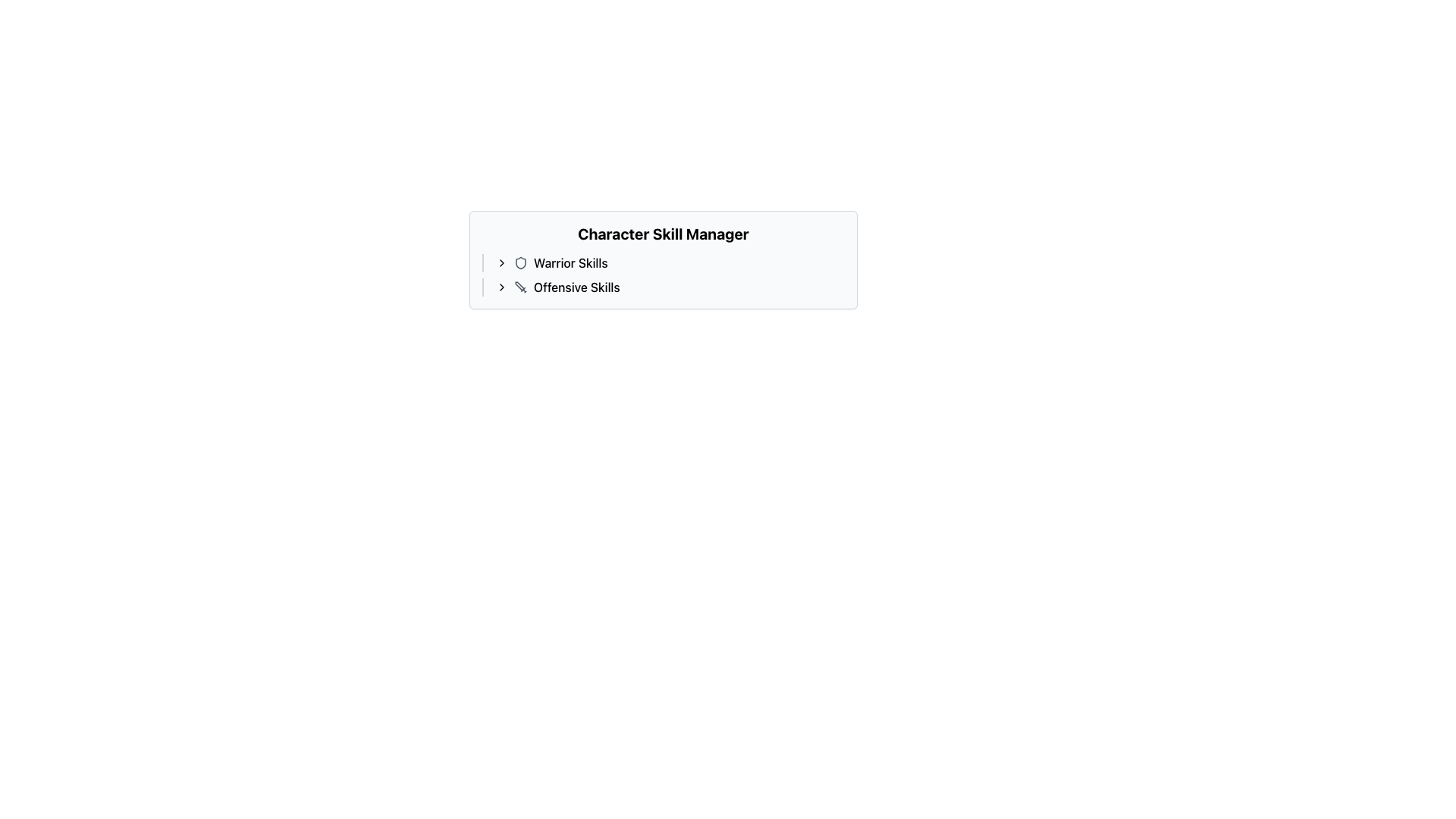 The width and height of the screenshot is (1456, 819). Describe the element at coordinates (663, 287) in the screenshot. I see `the 'Offensive Skills' list item in the Character Skill Manager` at that location.